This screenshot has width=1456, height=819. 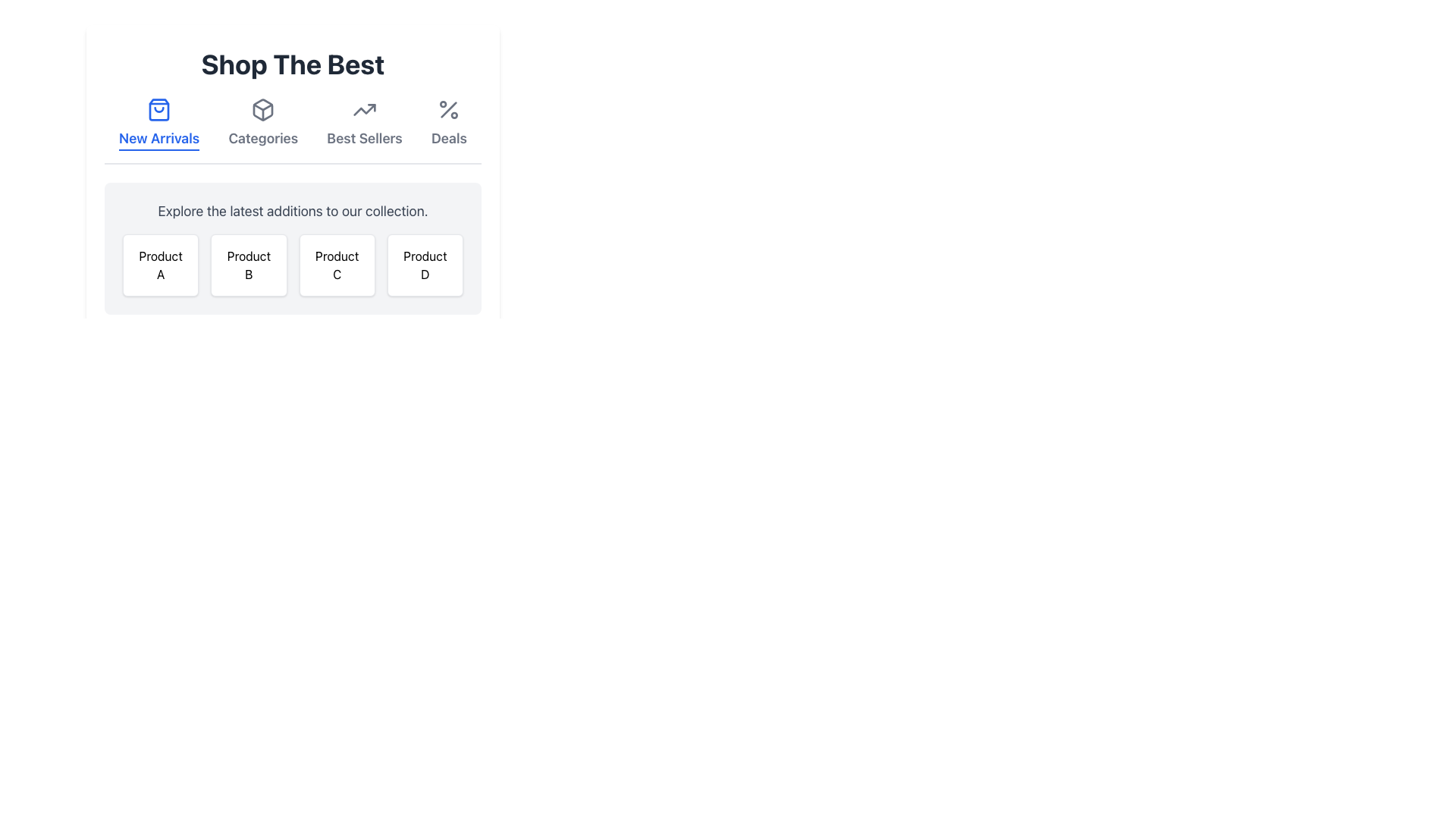 I want to click on the card labeled 'Product C', which has a white background, thin border, rounded corners, and displays the text 'Product C' in black font, so click(x=336, y=265).